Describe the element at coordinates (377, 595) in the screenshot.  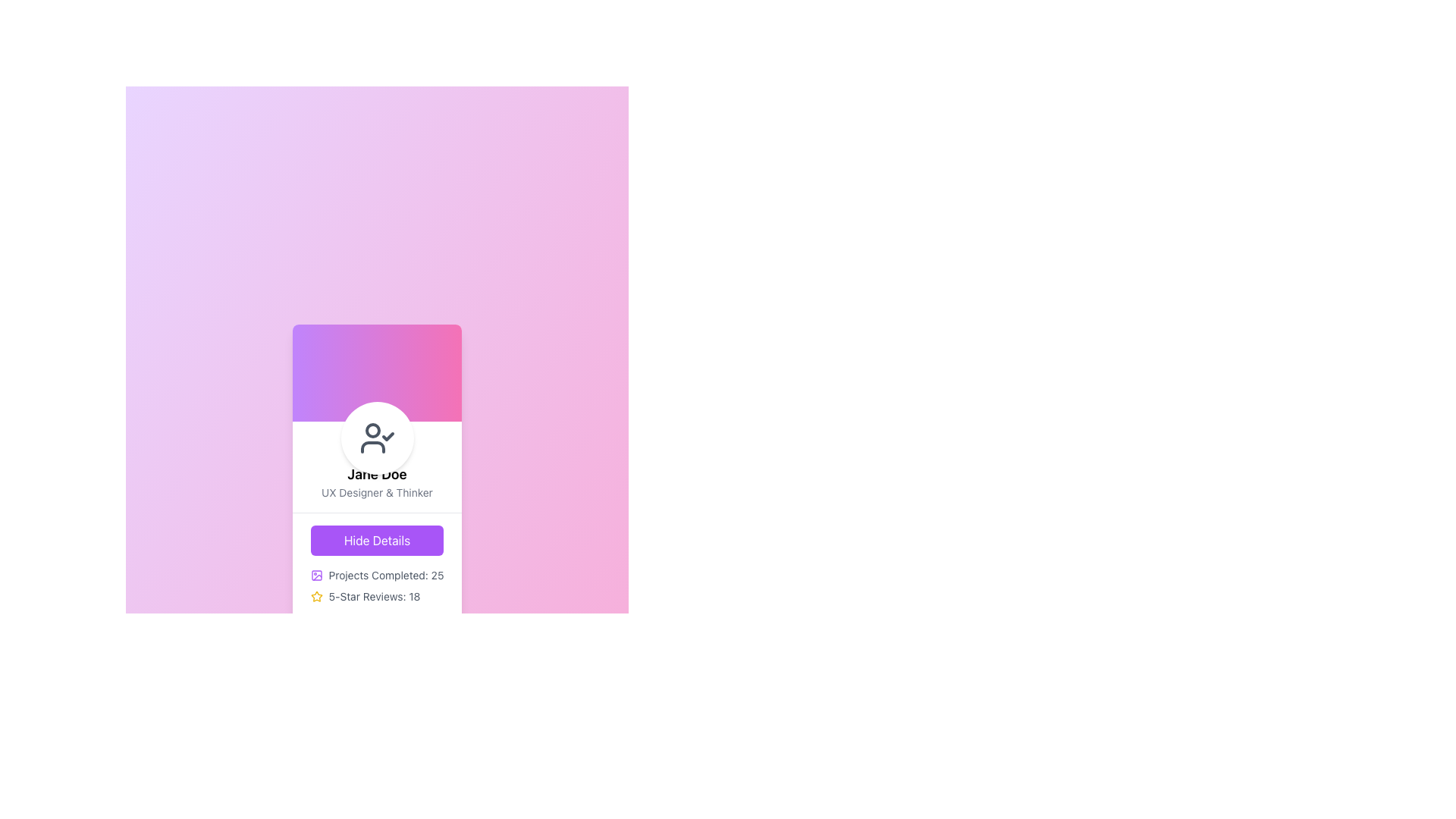
I see `informational text displaying the total number of 5-star reviews received, located below the 'Projects Completed: 25' element` at that location.